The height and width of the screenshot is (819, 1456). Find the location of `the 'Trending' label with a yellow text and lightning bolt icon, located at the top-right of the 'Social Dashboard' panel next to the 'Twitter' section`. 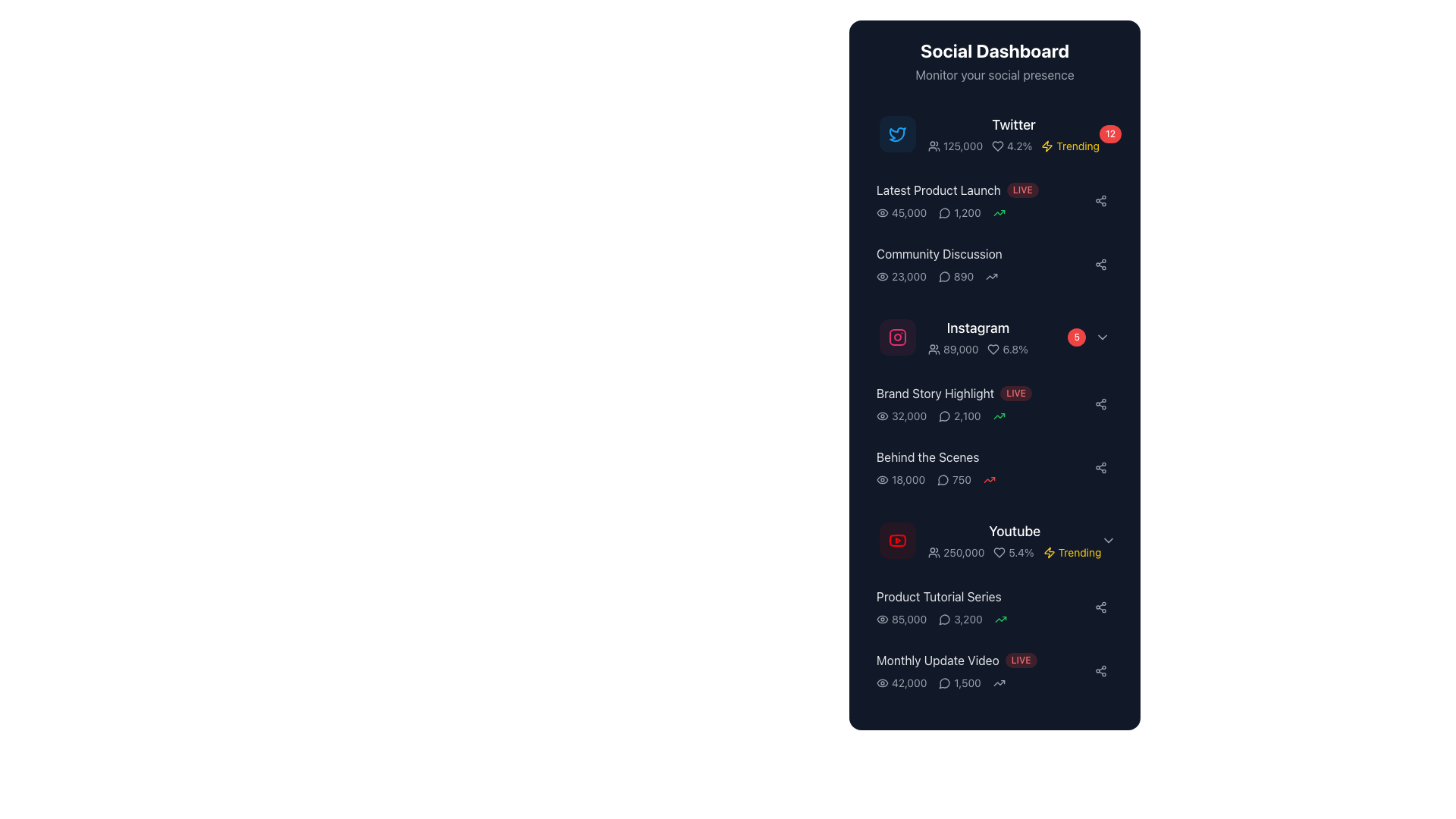

the 'Trending' label with a yellow text and lightning bolt icon, located at the top-right of the 'Social Dashboard' panel next to the 'Twitter' section is located at coordinates (1069, 146).